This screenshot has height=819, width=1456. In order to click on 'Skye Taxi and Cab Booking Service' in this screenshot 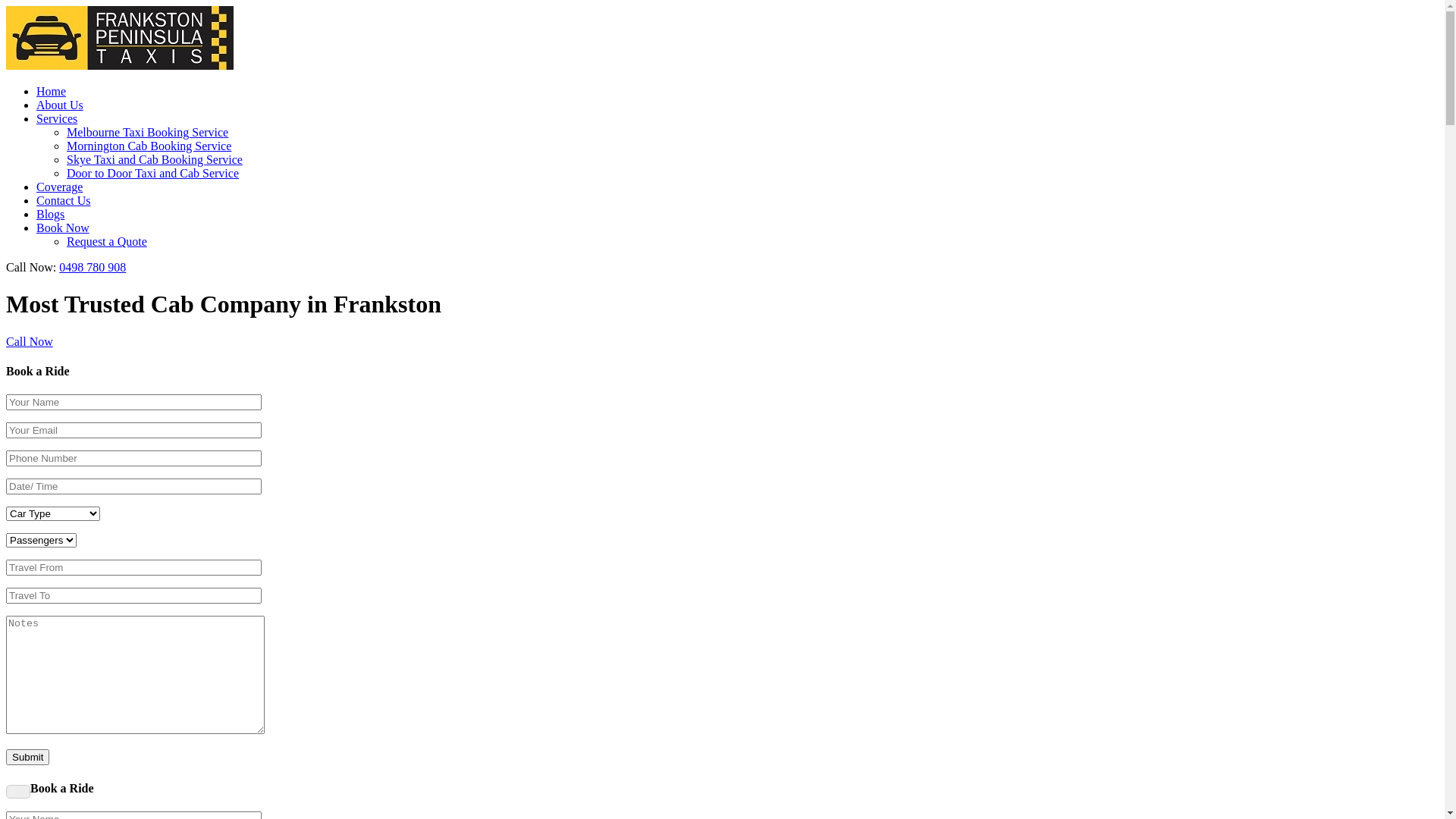, I will do `click(154, 159)`.